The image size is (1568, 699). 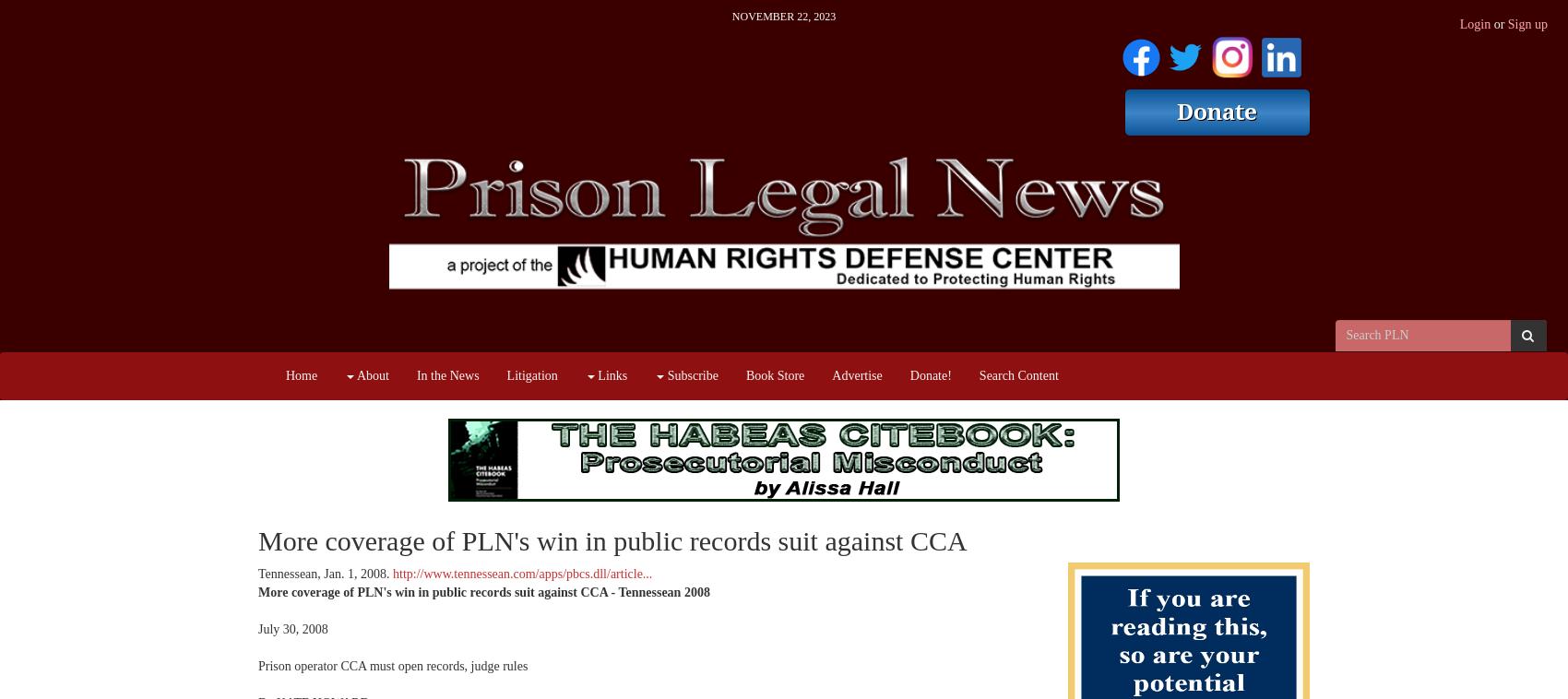 What do you see at coordinates (521, 574) in the screenshot?
I see `'http://www.tennessean.com/apps/pbcs.dll/article...'` at bounding box center [521, 574].